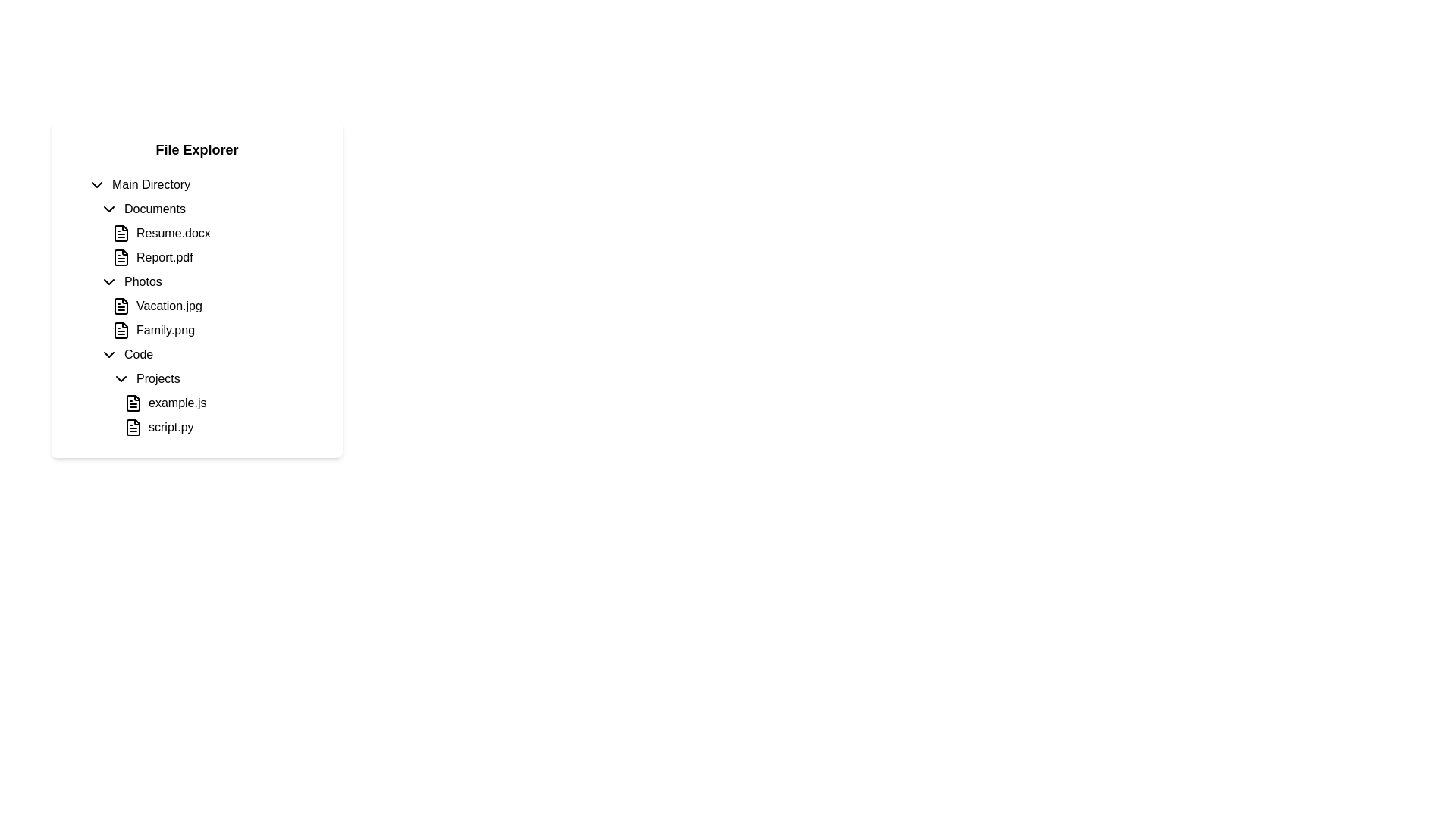 The width and height of the screenshot is (1456, 819). I want to click on the document icon in the 'File Explorer' interface under the 'Code' section in the 'Projects' folder, so click(133, 427).